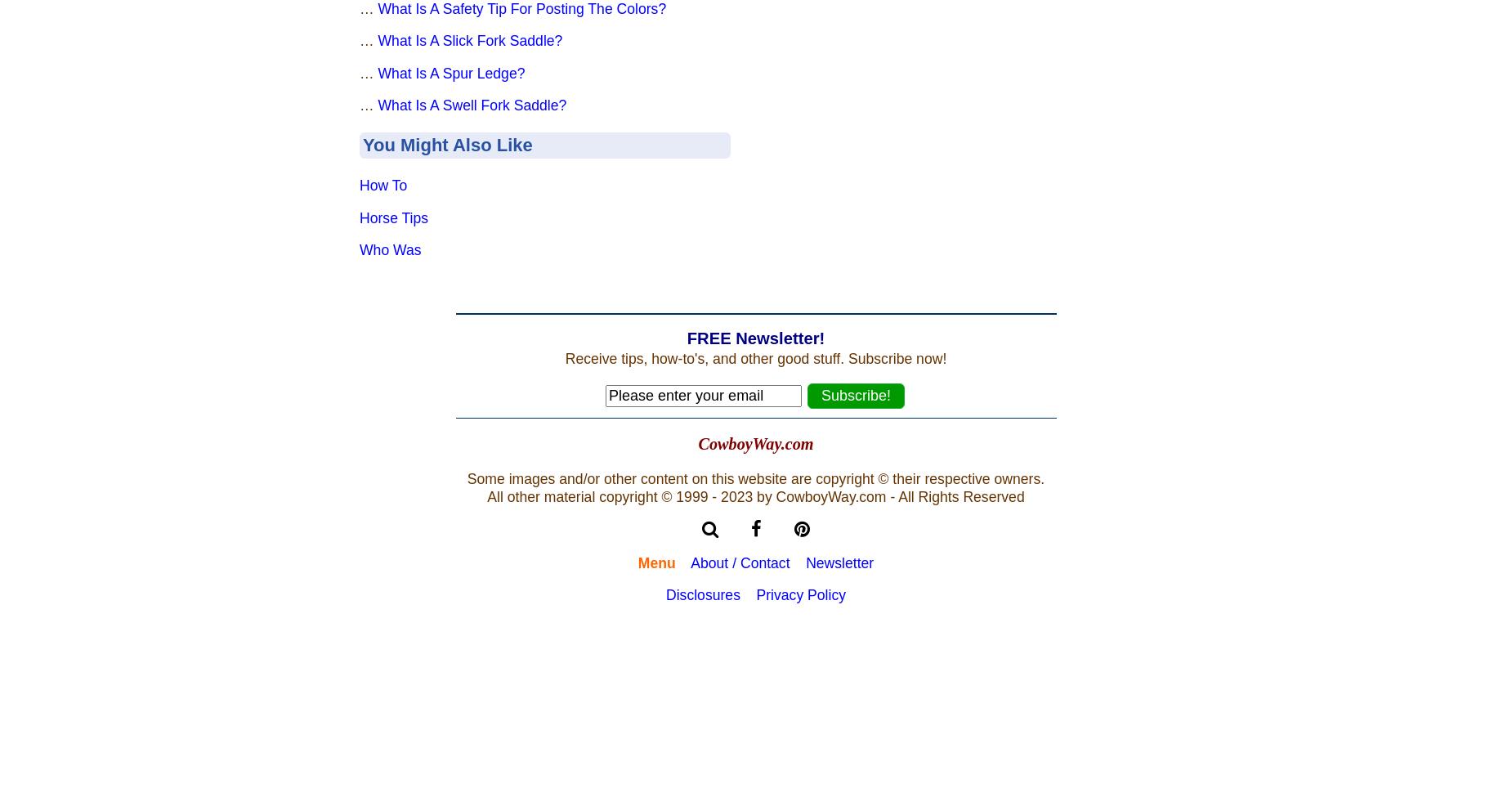 Image resolution: width=1512 pixels, height=802 pixels. Describe the element at coordinates (472, 105) in the screenshot. I see `'What Is A Swell Fork Saddle?'` at that location.